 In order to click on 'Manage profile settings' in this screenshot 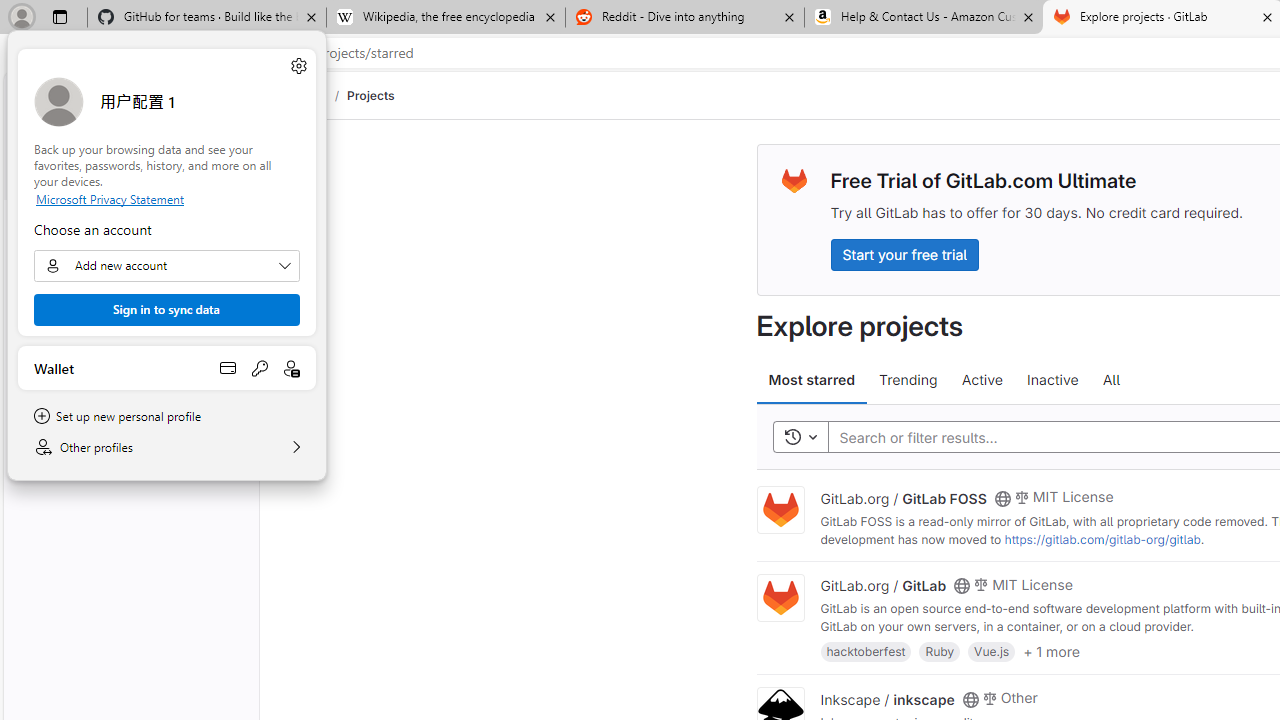, I will do `click(297, 64)`.